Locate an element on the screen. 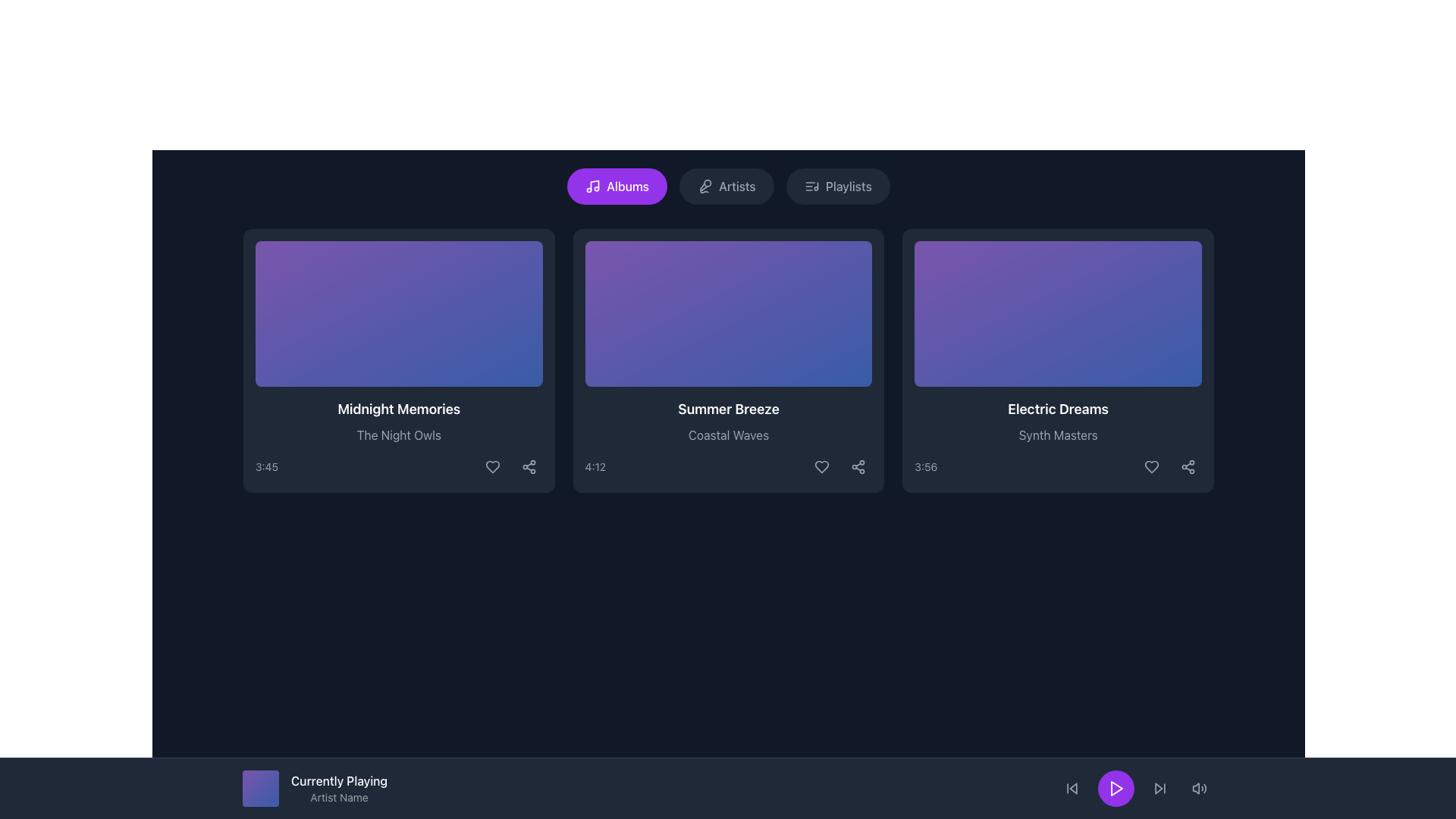  the circular button with a dark background and a backward arrow icon to skip back is located at coordinates (1072, 788).